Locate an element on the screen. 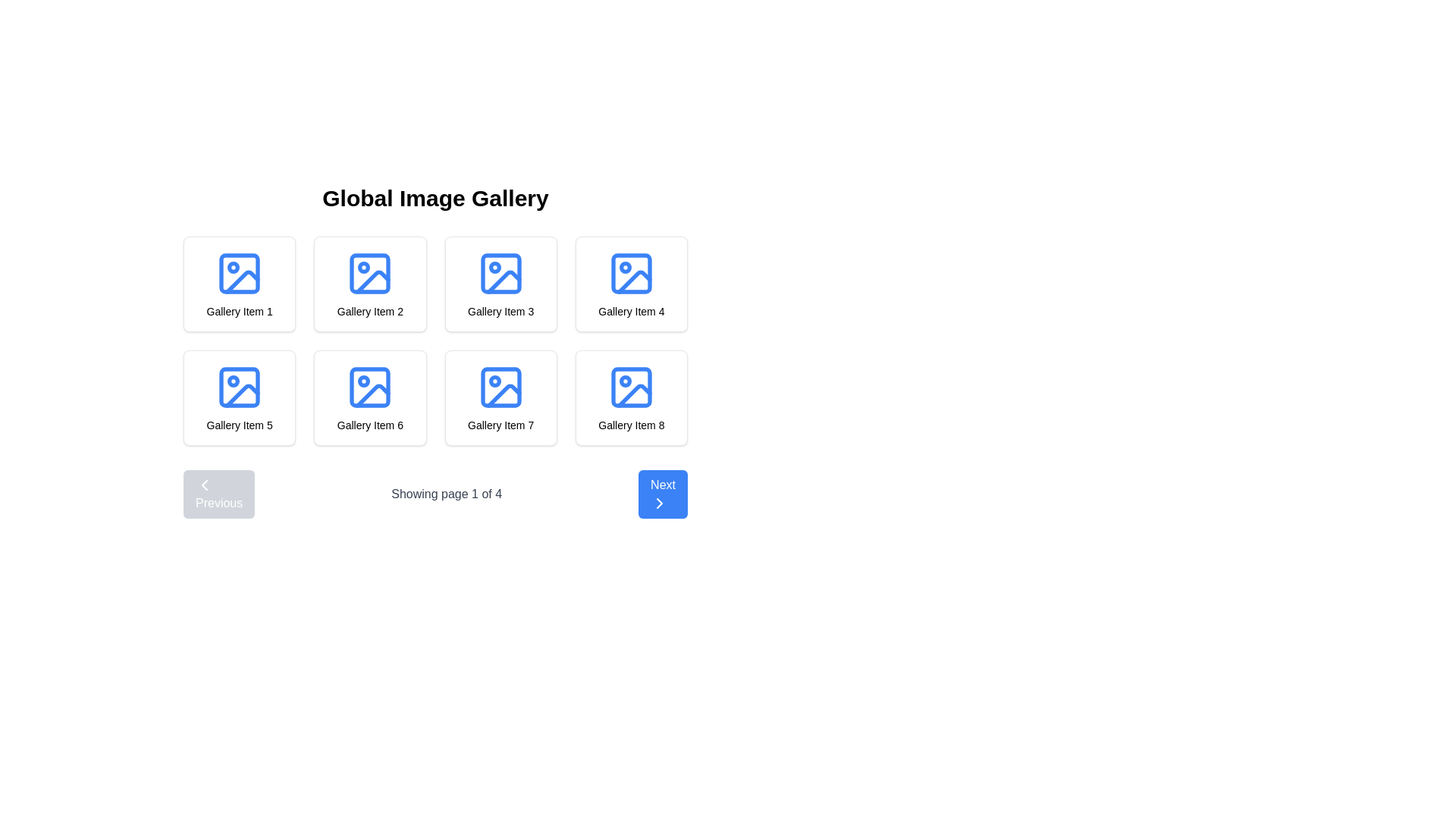 The image size is (1456, 819). the rectangular background element of the second gallery item in the top row of the gallery grid, which is part of an image icon is located at coordinates (370, 274).